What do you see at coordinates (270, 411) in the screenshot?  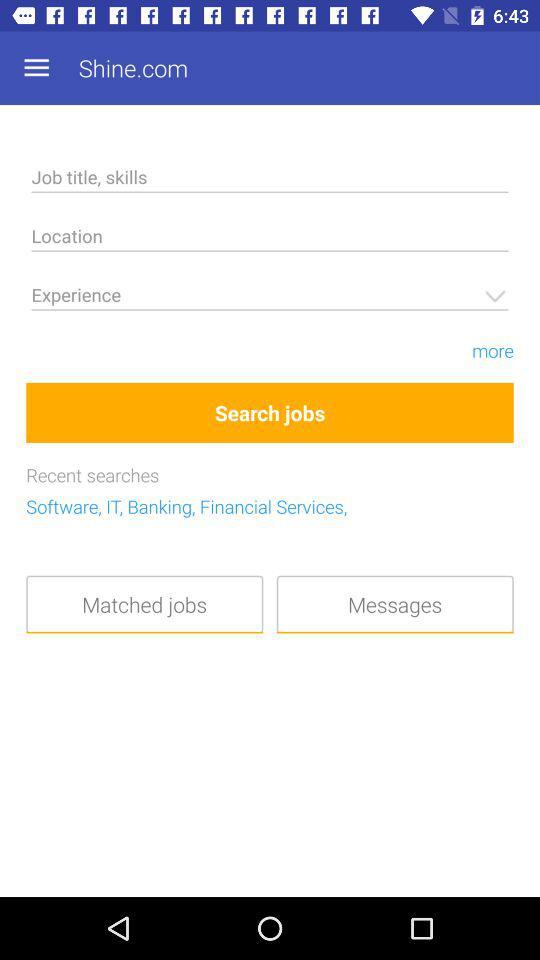 I see `the search jobs option` at bounding box center [270, 411].